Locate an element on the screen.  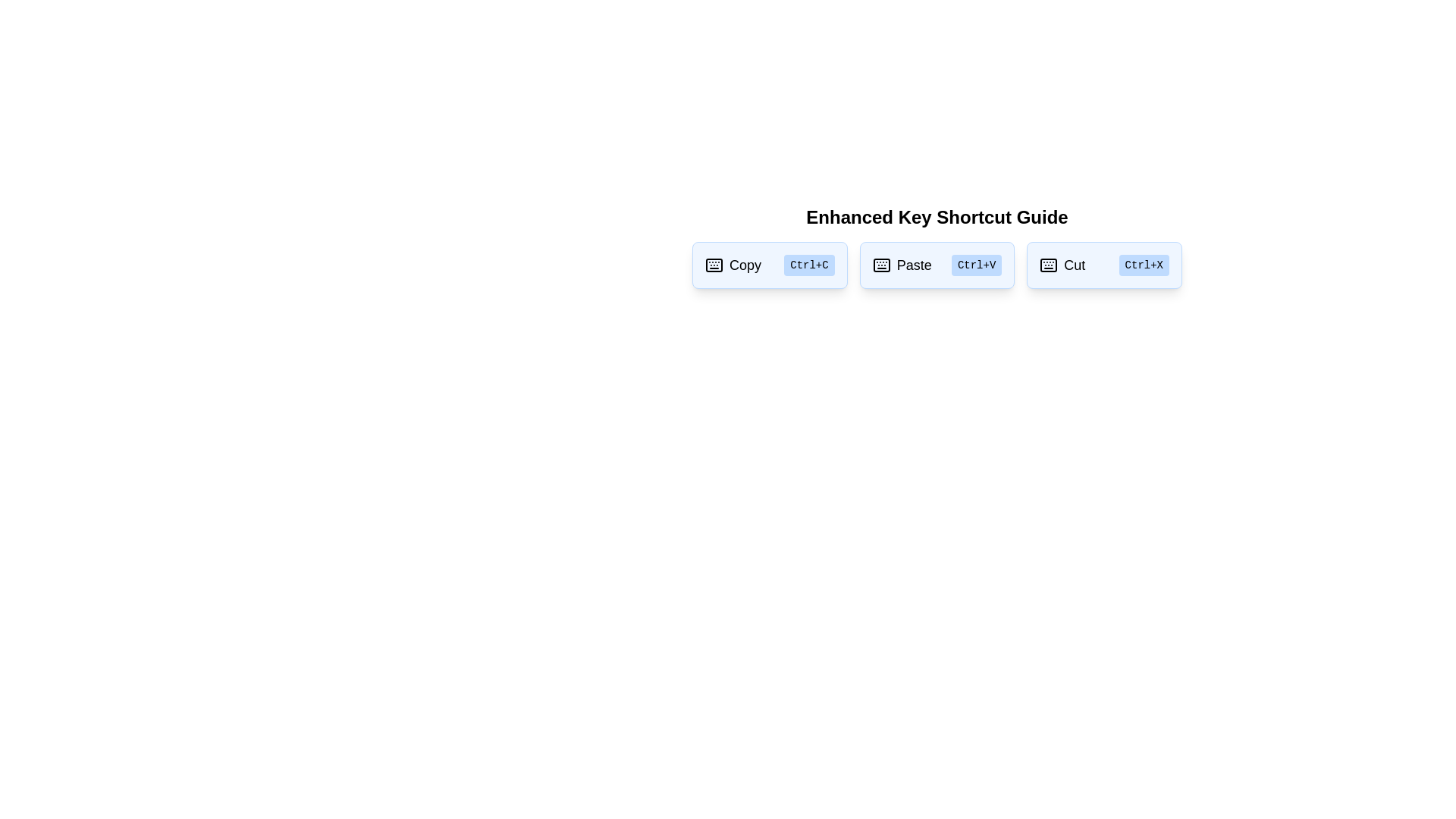
the interactive label with the keyboard icon and the text 'Cut' is located at coordinates (1062, 265).